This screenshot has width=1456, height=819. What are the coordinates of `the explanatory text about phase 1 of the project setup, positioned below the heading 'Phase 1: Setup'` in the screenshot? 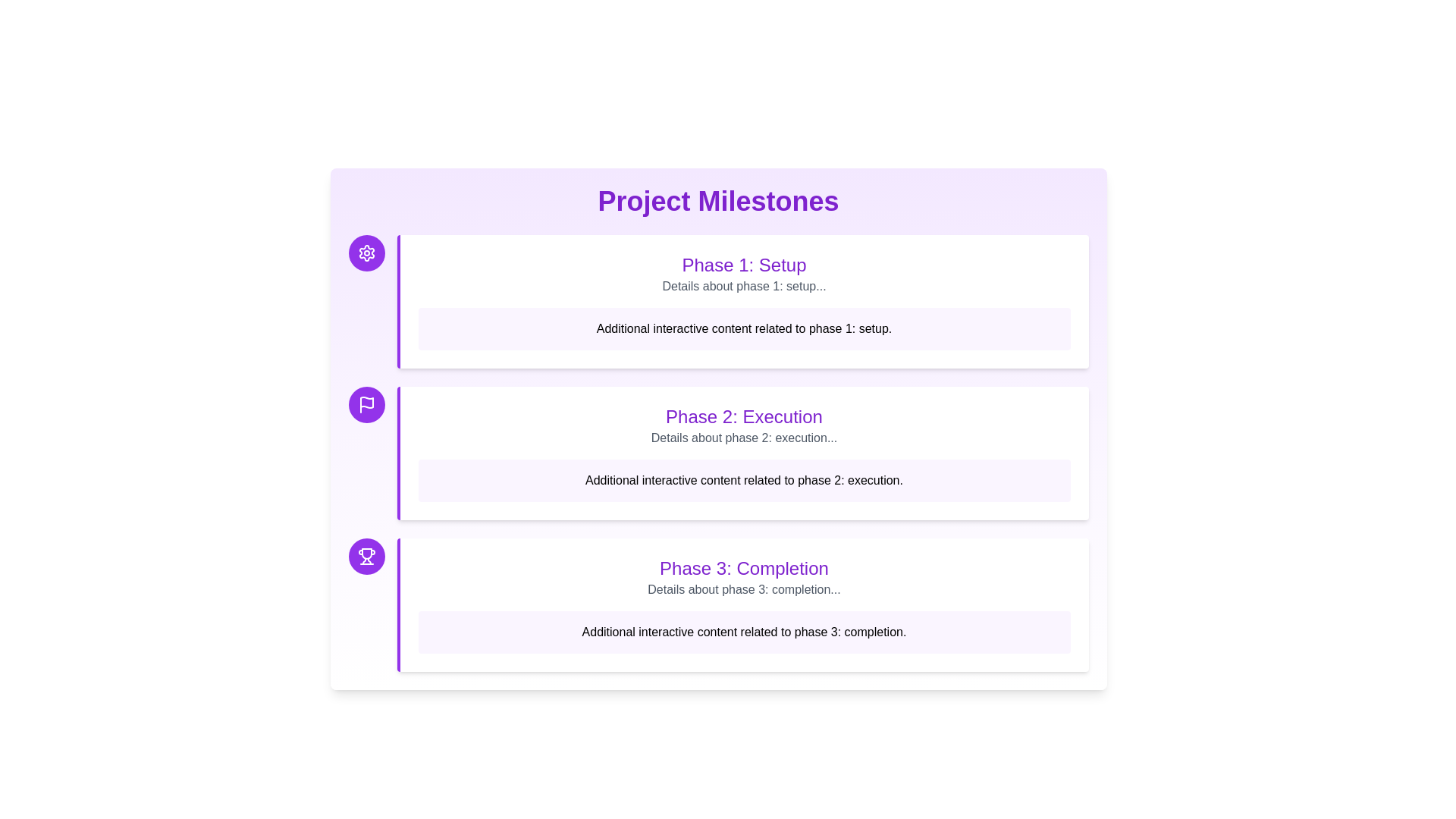 It's located at (744, 287).